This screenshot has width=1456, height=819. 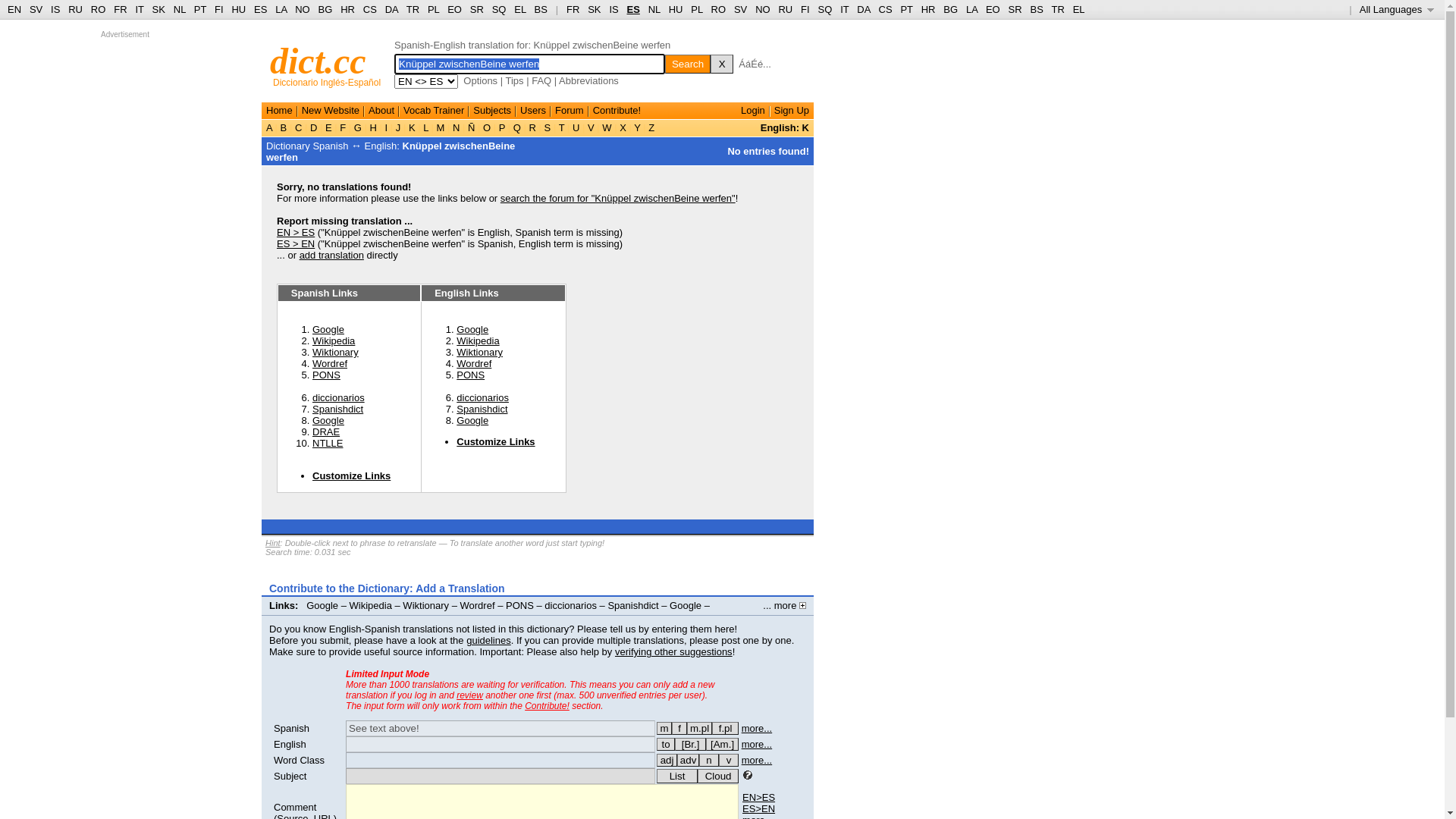 What do you see at coordinates (560, 127) in the screenshot?
I see `'T'` at bounding box center [560, 127].